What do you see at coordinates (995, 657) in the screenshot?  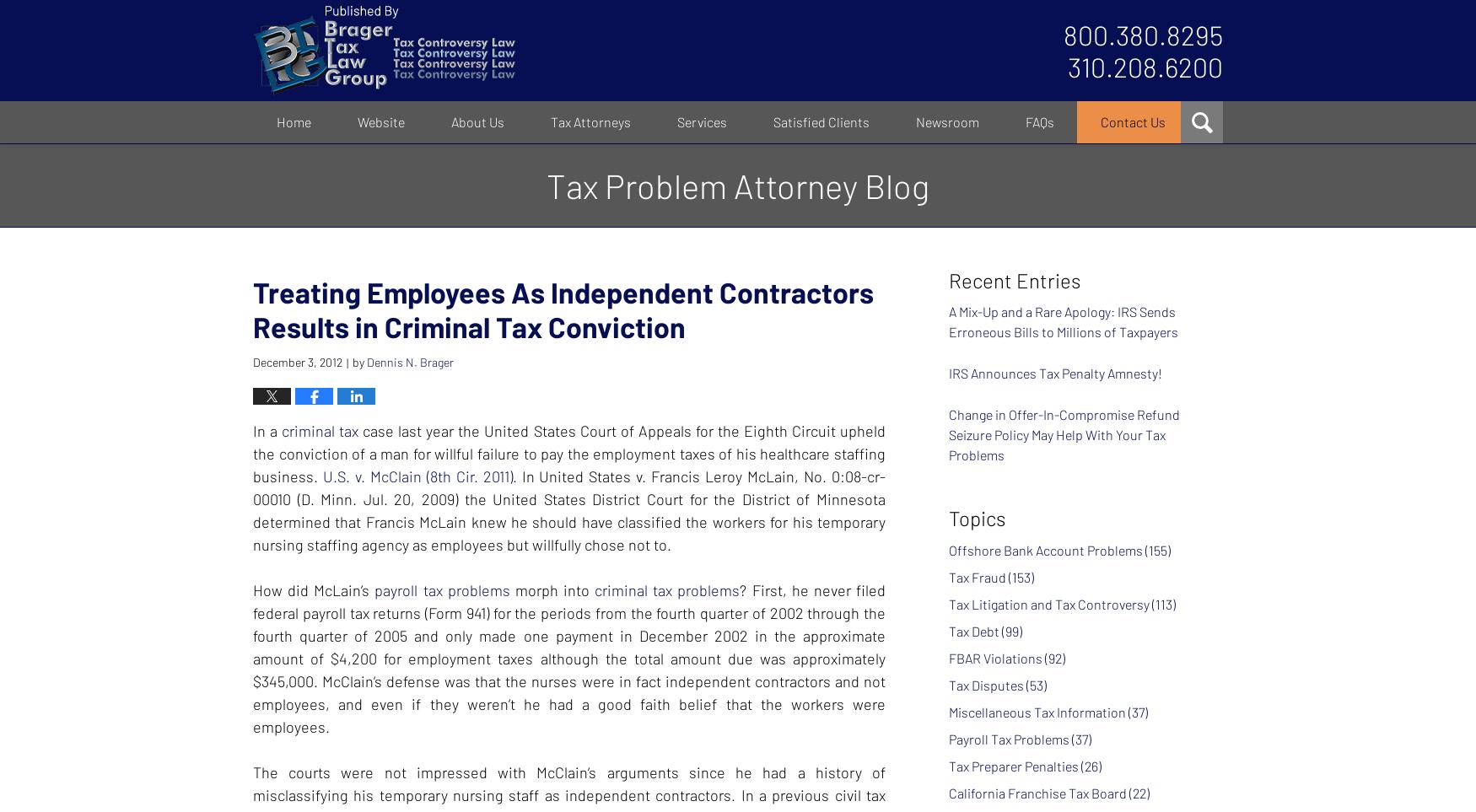 I see `'FBAR Violations'` at bounding box center [995, 657].